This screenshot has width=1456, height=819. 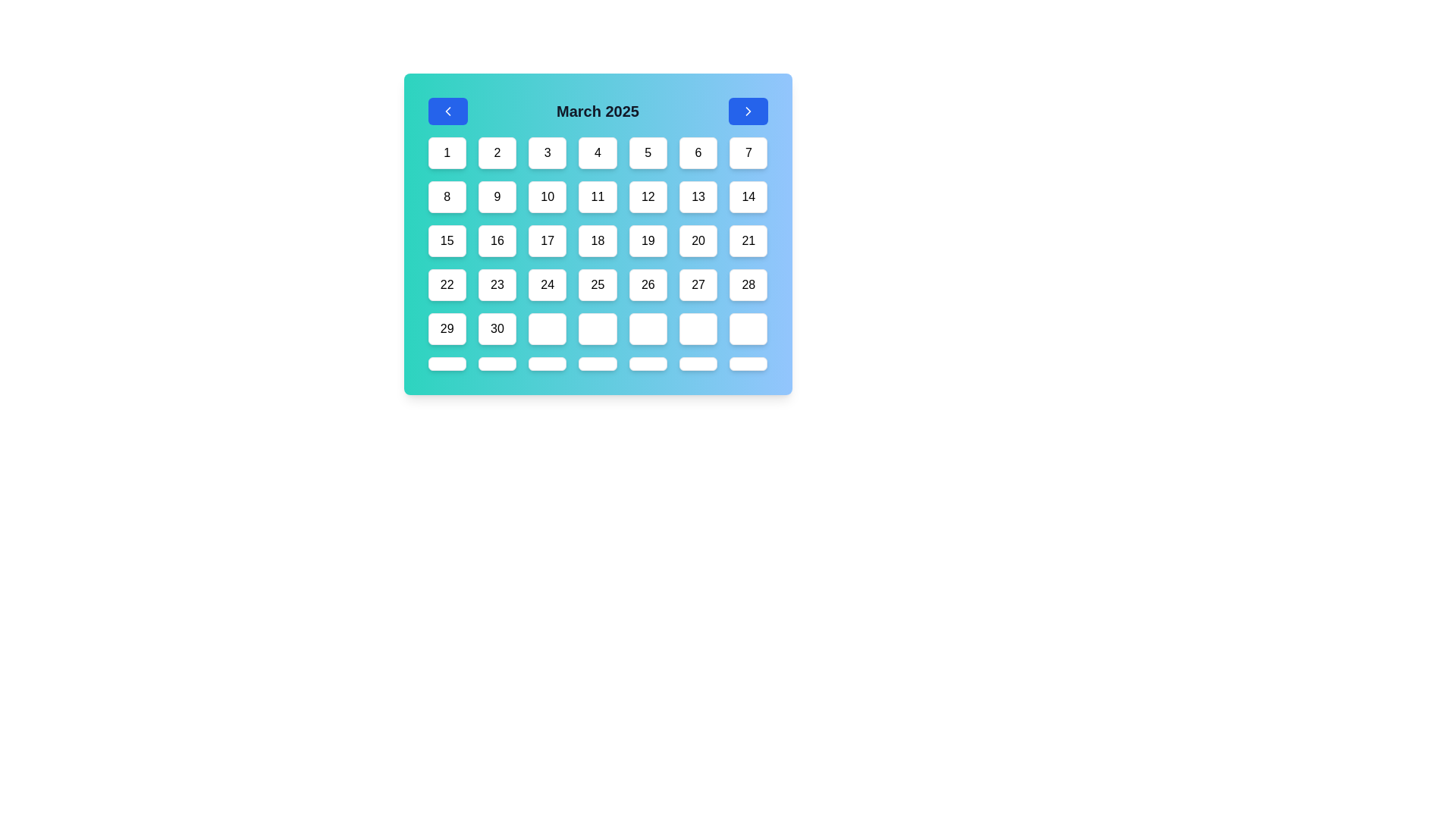 I want to click on the first day button in the calendar grid, which is located at the top-left corner and represents the date in March 2025, so click(x=446, y=152).